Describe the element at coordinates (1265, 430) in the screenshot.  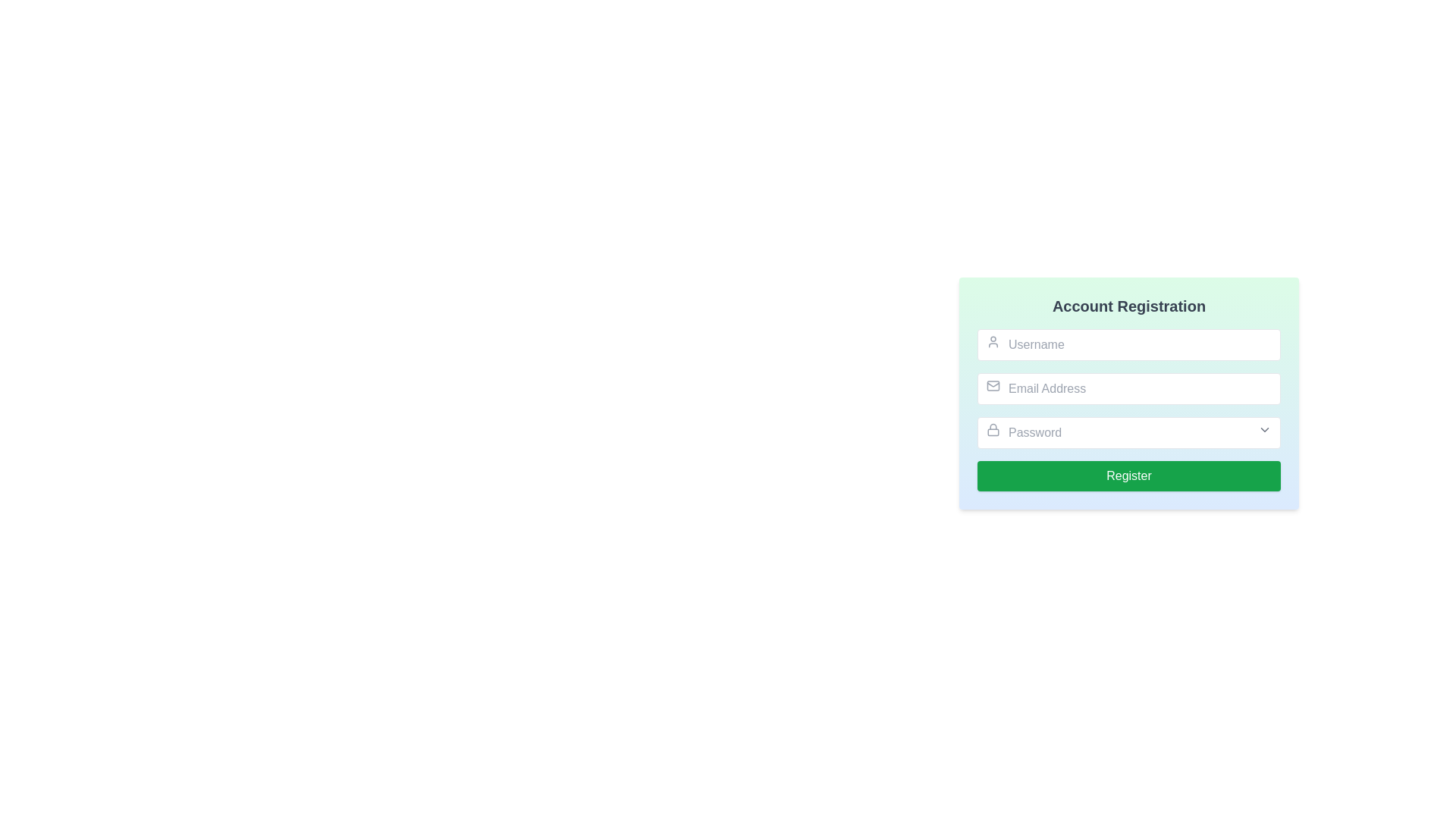
I see `the downward-pointing chevron button located at the right side of the password input field` at that location.